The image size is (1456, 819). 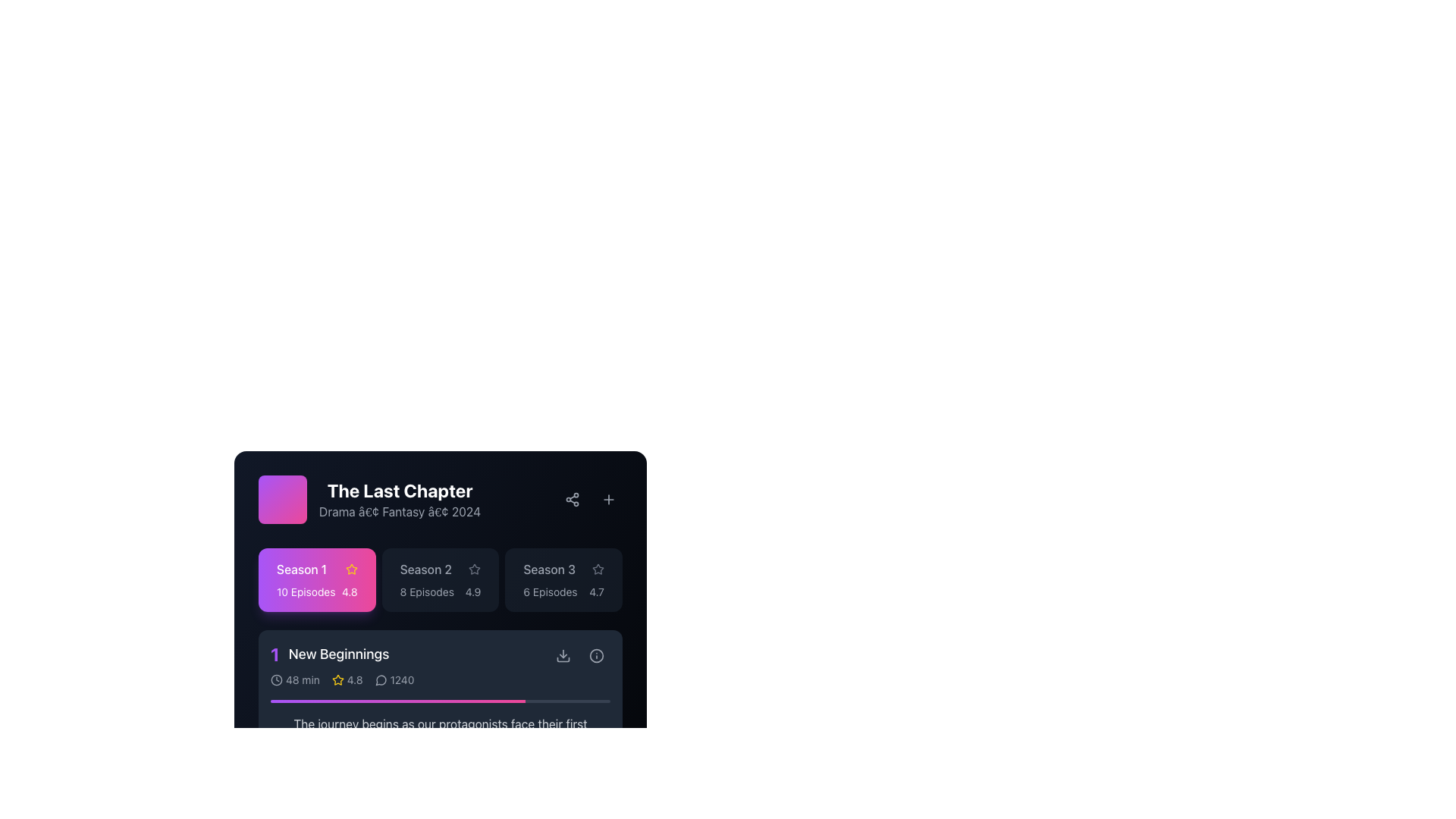 I want to click on the star-shaped yellow icon that serves as a rating or favorite indicator, located to the right of the 'Season 1' text, so click(x=350, y=570).